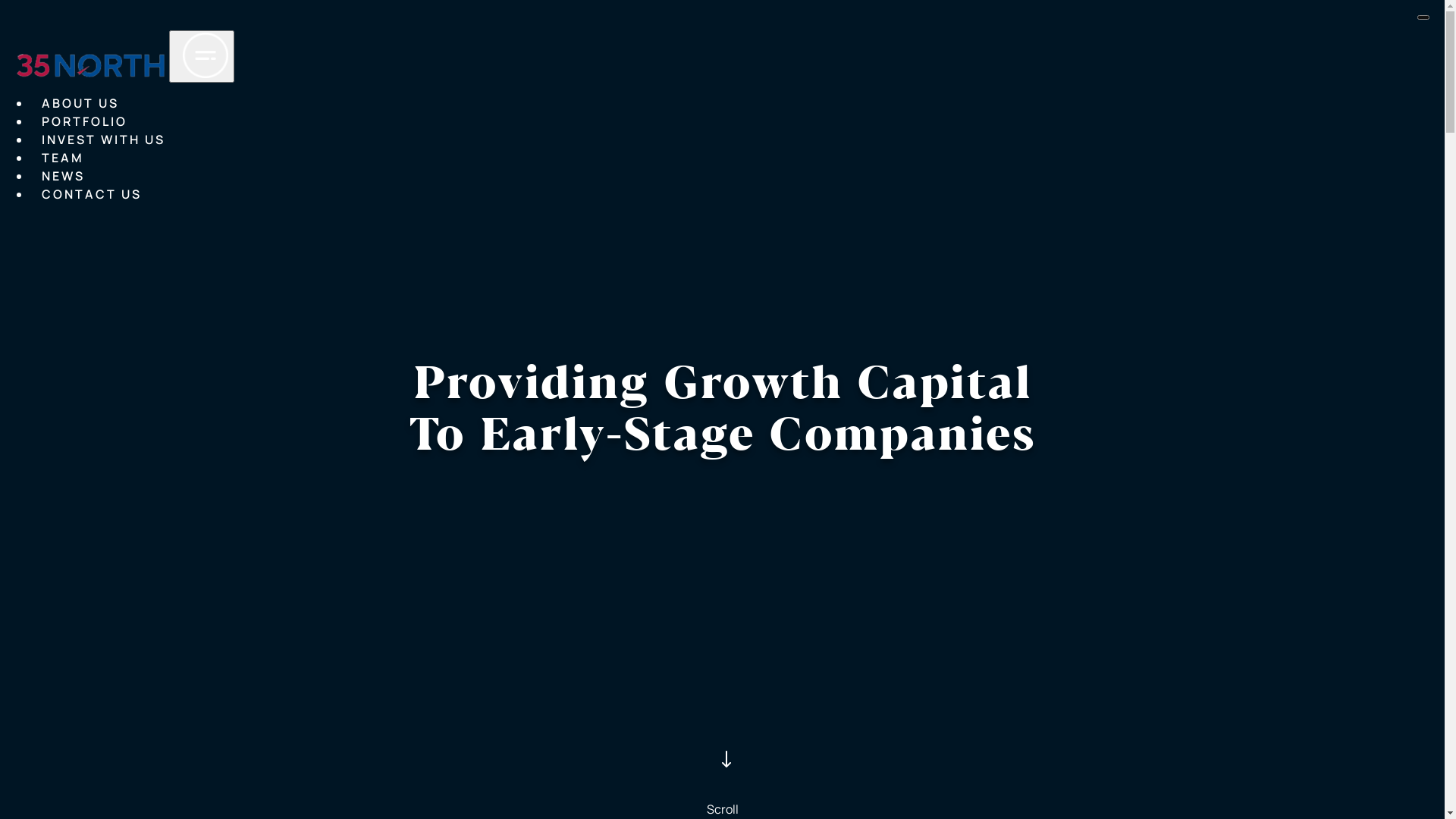 Image resolution: width=1456 pixels, height=819 pixels. Describe the element at coordinates (720, 767) in the screenshot. I see `'Scroll'` at that location.